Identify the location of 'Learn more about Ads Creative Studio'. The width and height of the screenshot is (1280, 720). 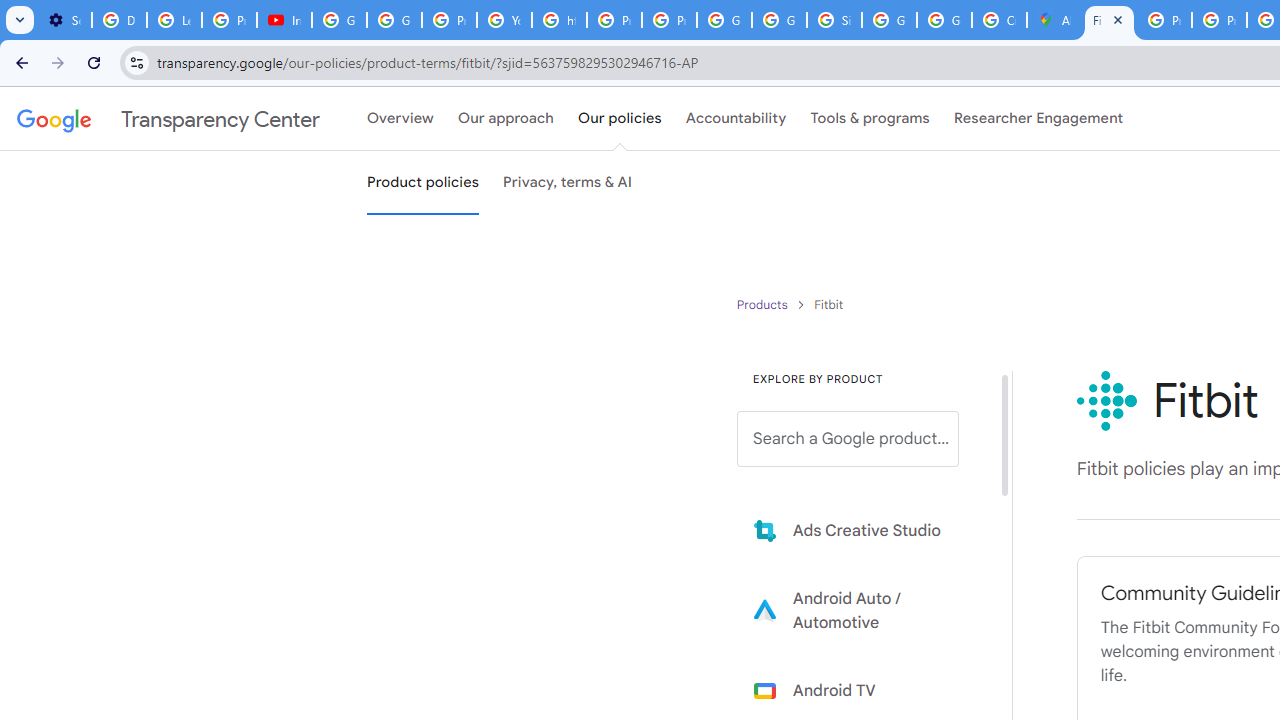
(862, 530).